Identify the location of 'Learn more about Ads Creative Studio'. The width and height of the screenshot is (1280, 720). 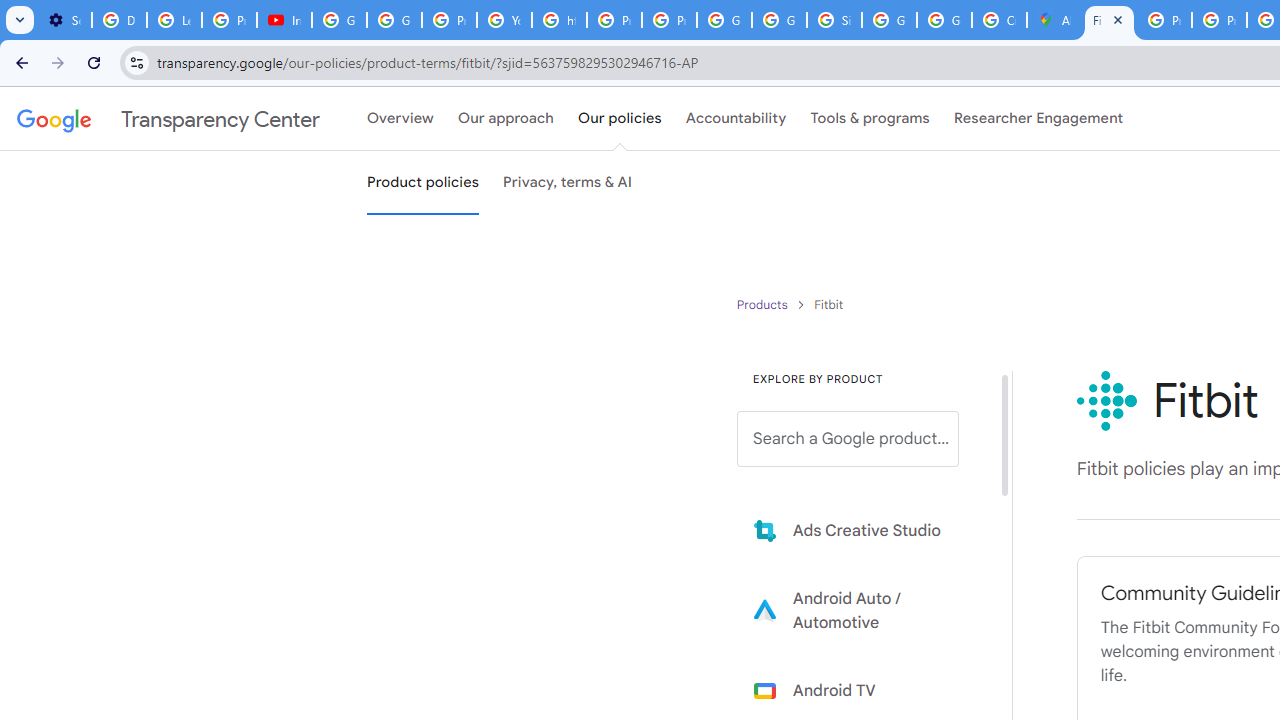
(862, 530).